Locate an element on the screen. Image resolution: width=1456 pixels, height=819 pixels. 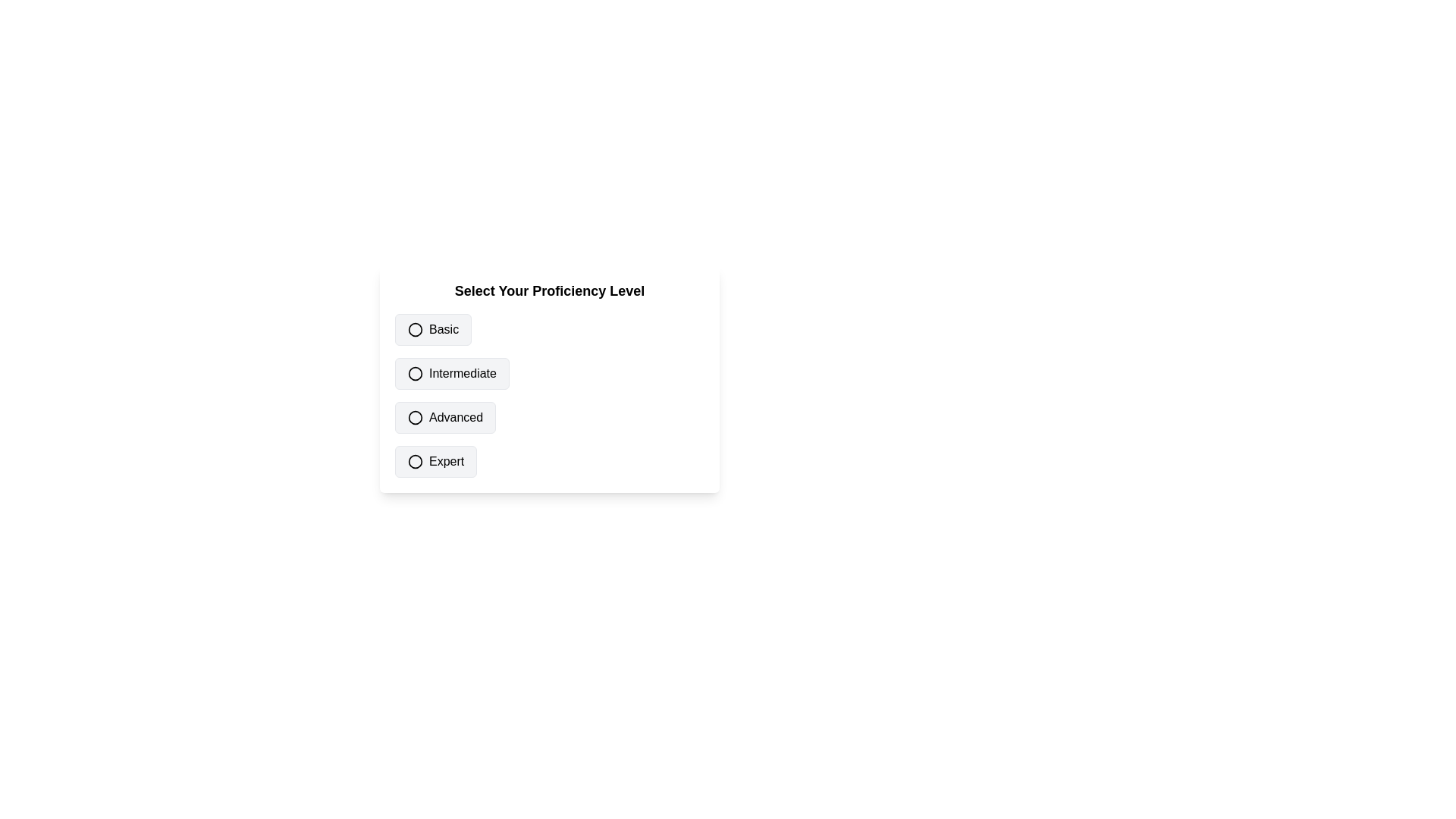
the header text 'Select Your Proficiency Level' which is styled in a large, bold font at the top of the selection interface is located at coordinates (548, 291).